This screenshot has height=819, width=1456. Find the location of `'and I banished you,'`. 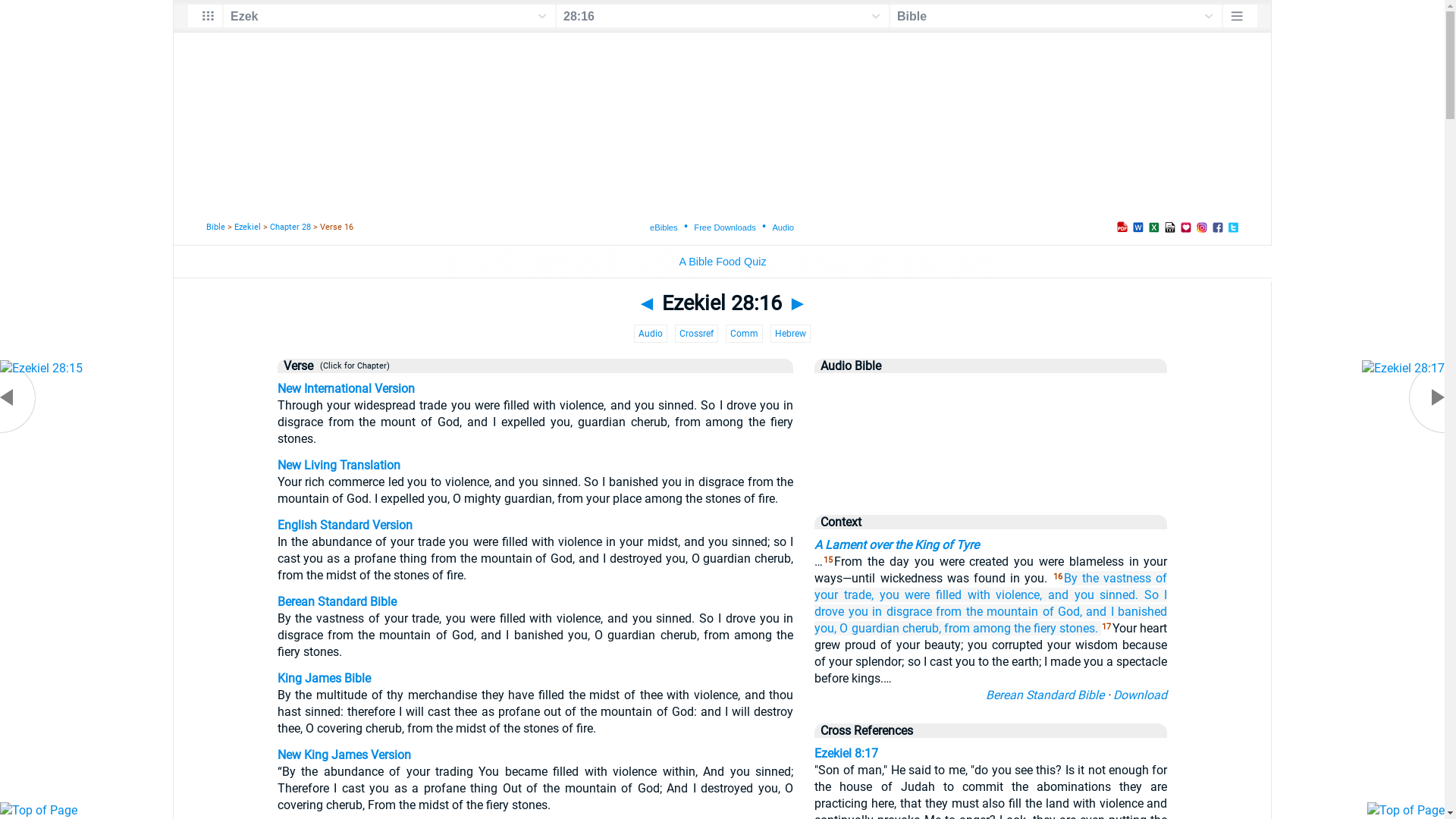

'and I banished you,' is located at coordinates (814, 620).